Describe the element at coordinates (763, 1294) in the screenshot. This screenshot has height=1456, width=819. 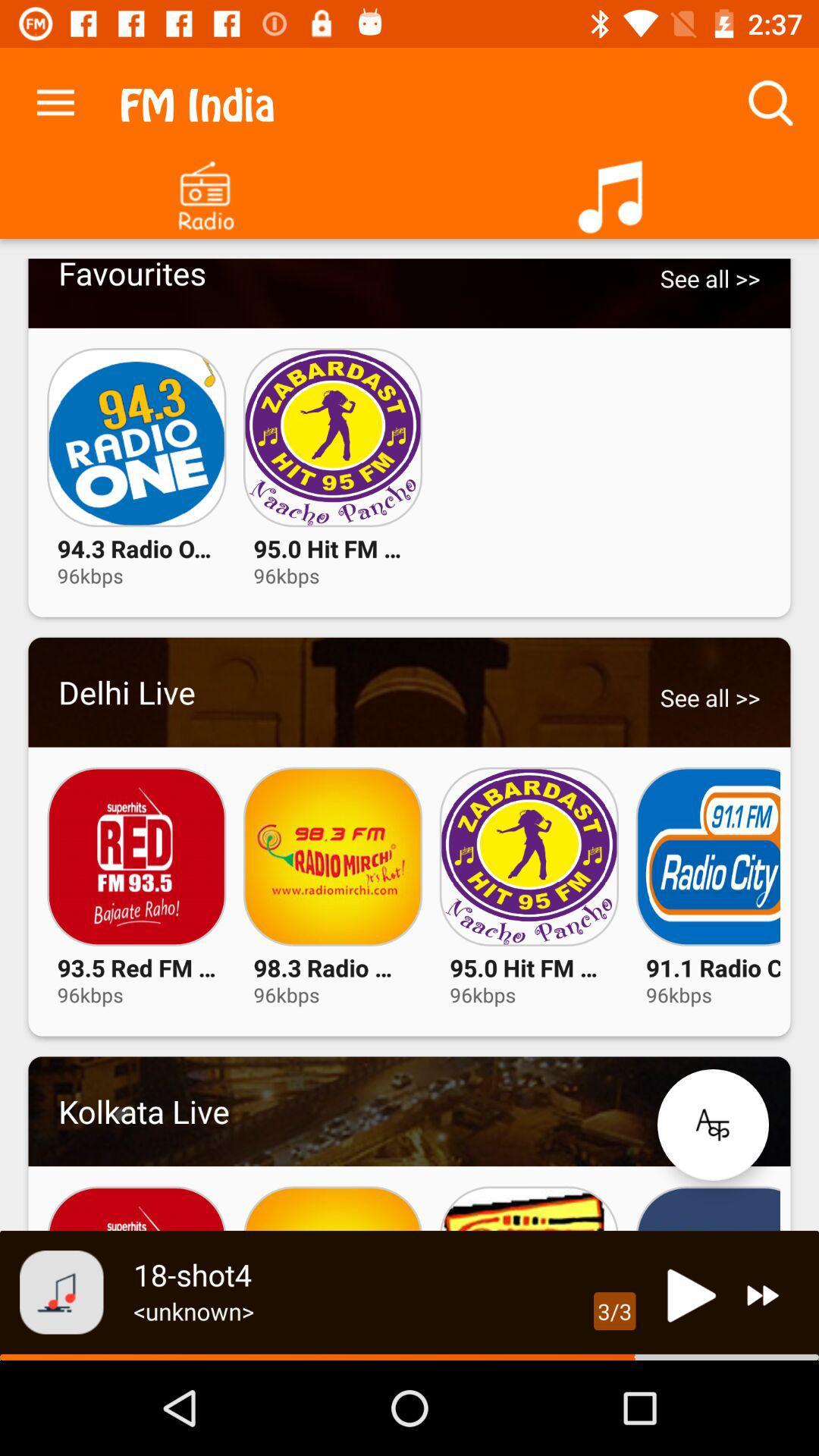
I see `the fast forward icon` at that location.